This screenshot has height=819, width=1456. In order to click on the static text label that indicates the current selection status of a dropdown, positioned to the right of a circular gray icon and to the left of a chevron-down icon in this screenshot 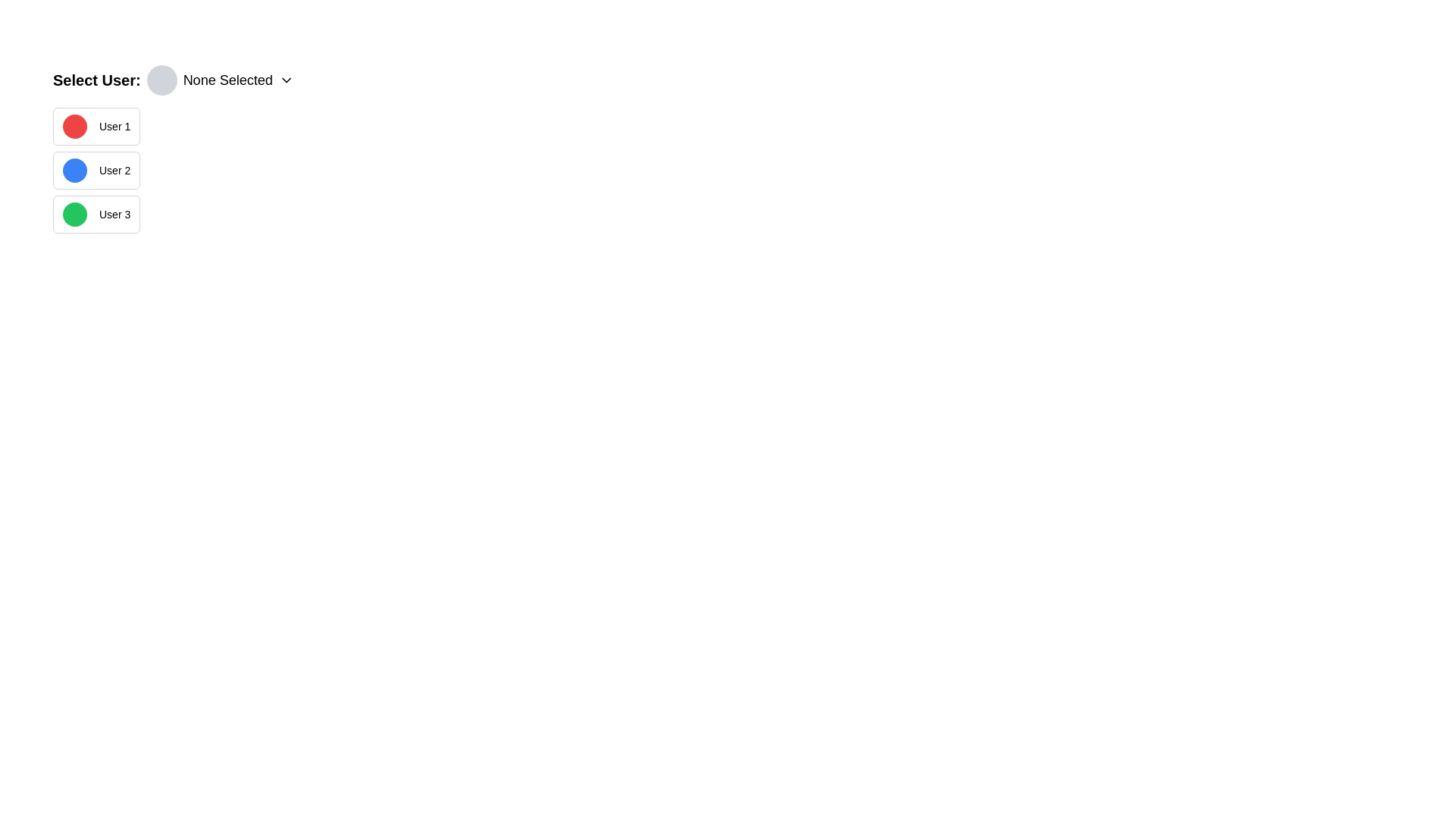, I will do `click(227, 80)`.